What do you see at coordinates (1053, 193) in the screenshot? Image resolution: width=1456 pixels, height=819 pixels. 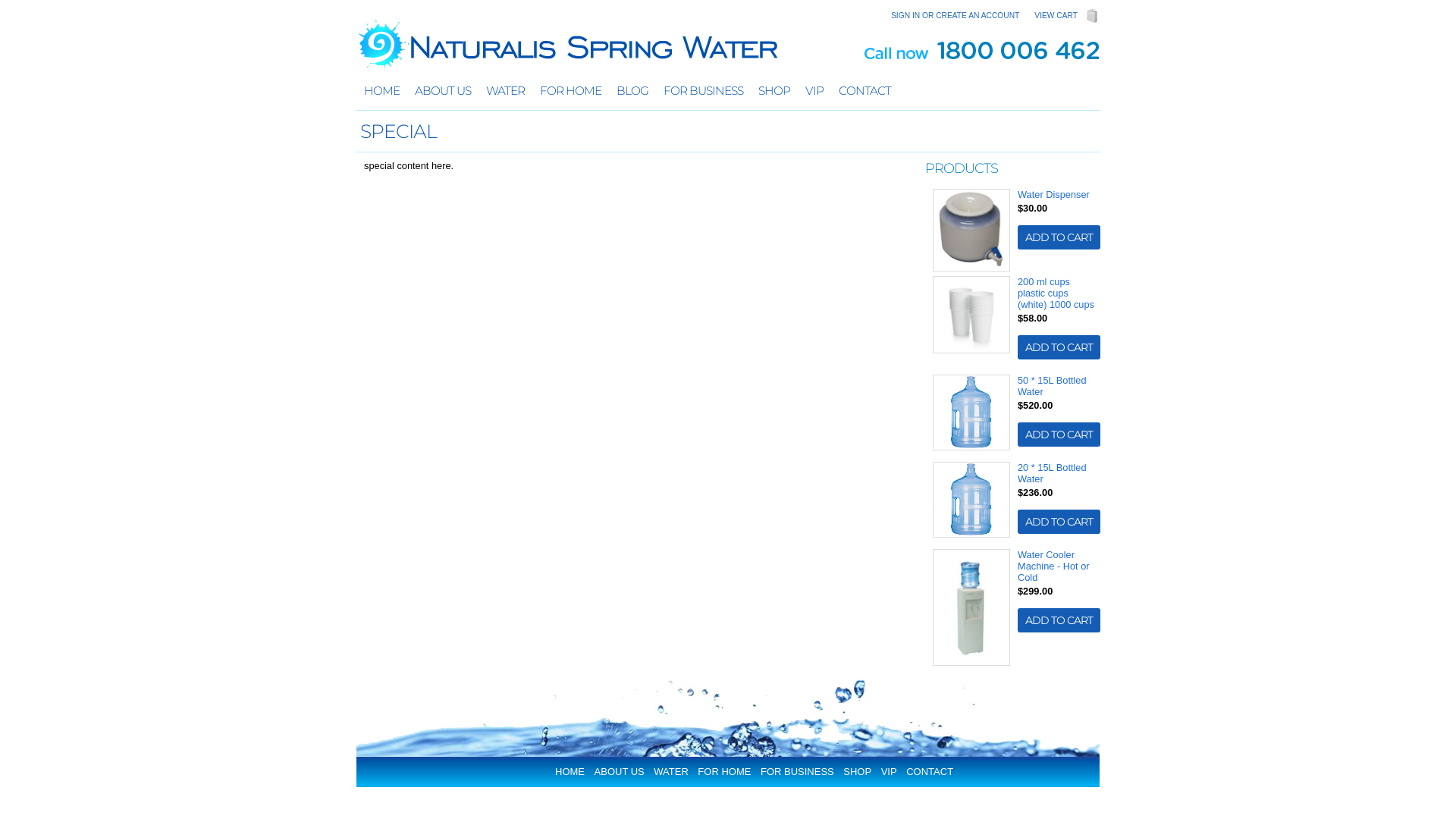 I see `'Water Dispenser'` at bounding box center [1053, 193].